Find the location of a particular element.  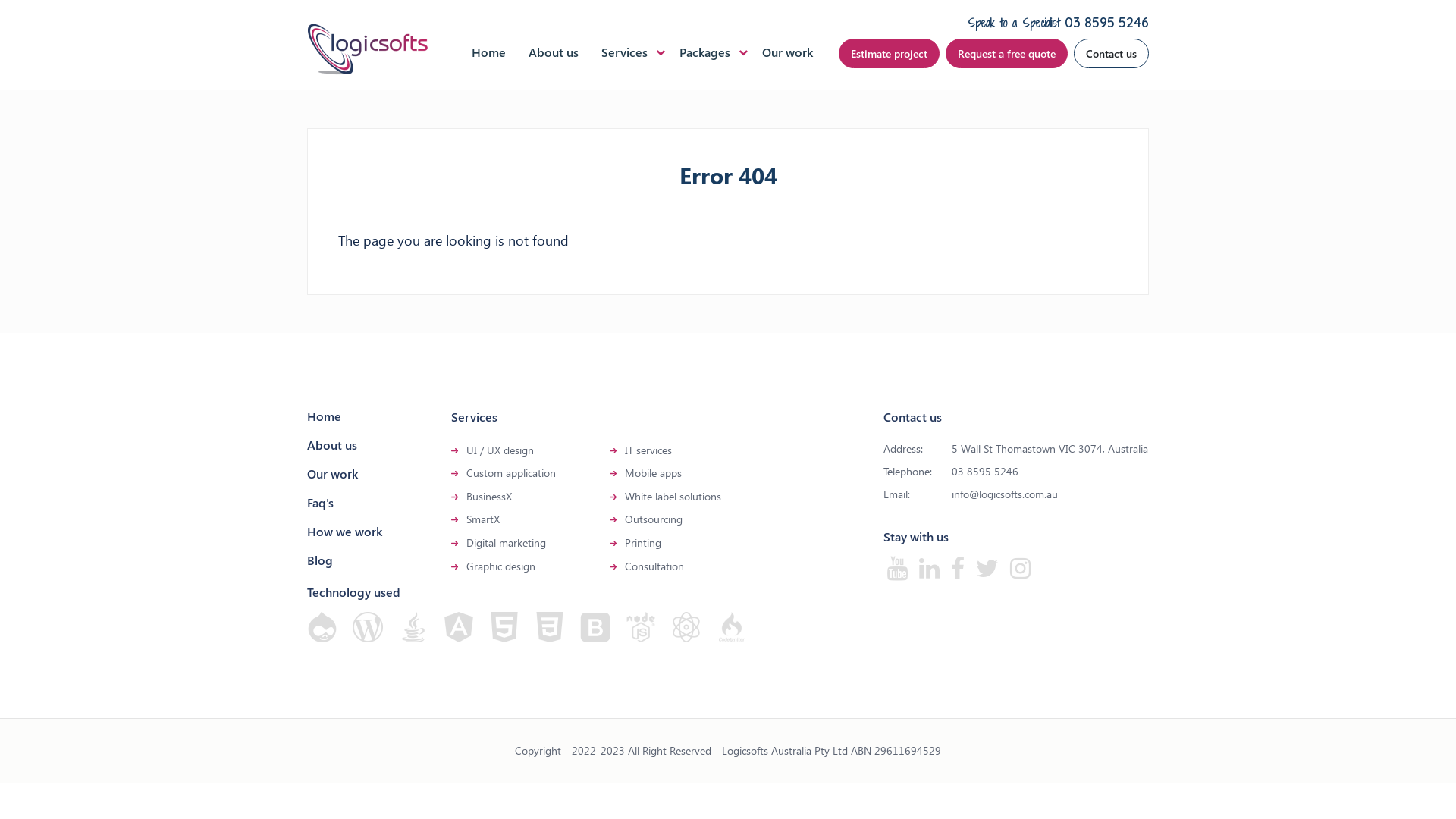

'Blog' is located at coordinates (319, 560).